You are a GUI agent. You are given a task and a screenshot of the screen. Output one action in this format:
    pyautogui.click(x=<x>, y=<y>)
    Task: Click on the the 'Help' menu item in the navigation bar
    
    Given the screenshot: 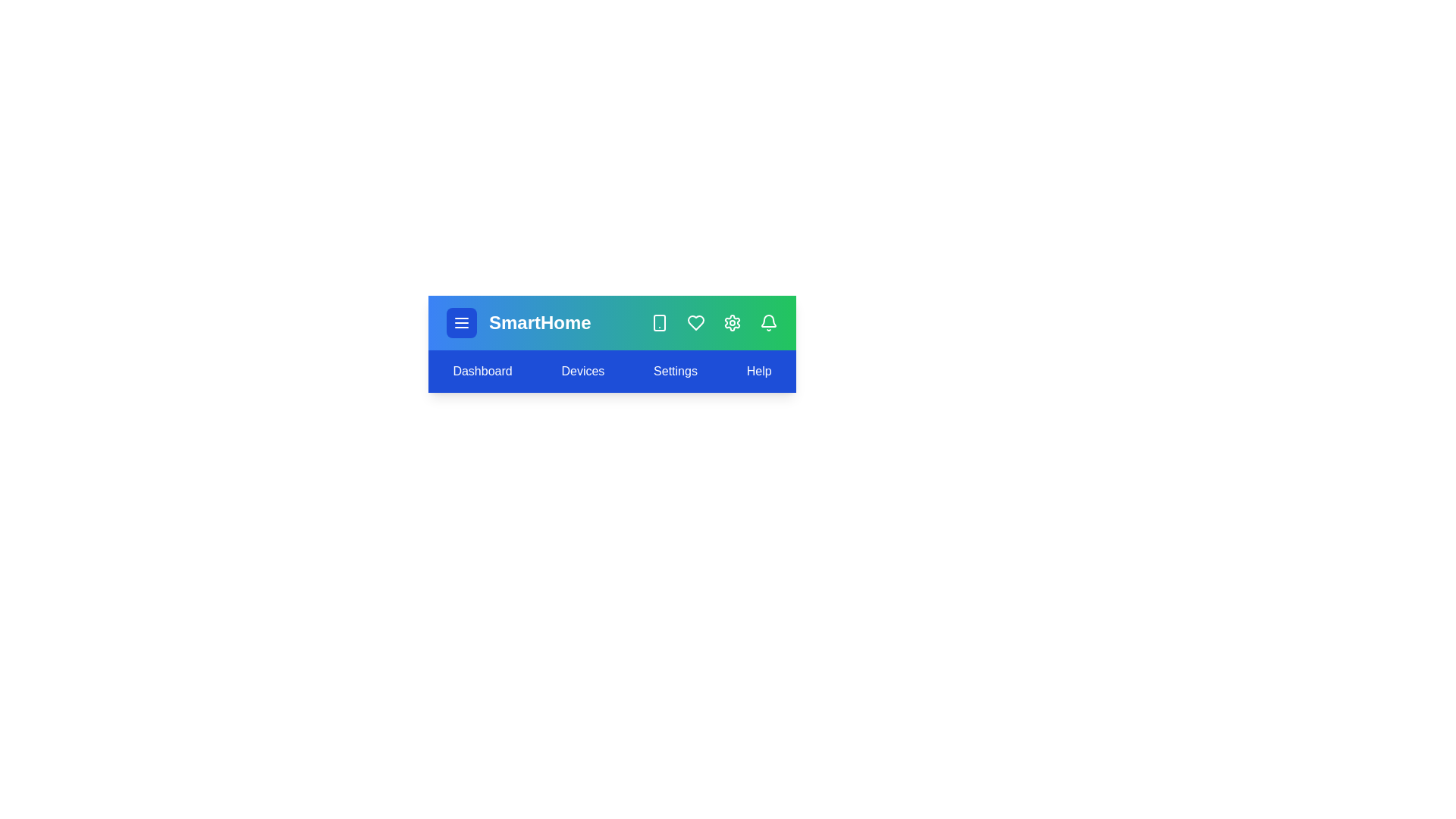 What is the action you would take?
    pyautogui.click(x=759, y=371)
    